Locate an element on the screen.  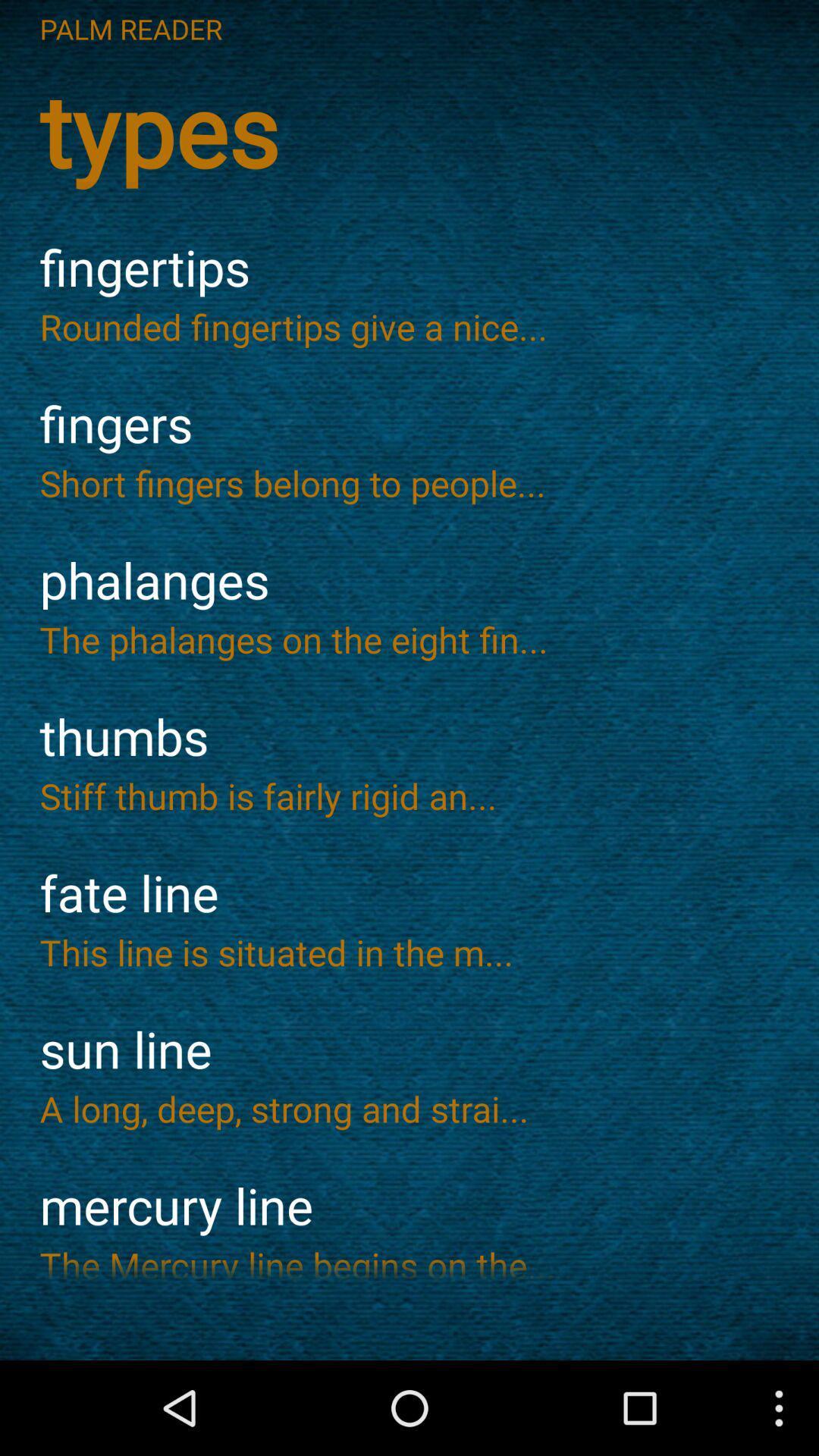
the item below the stiff thumb is is located at coordinates (409, 893).